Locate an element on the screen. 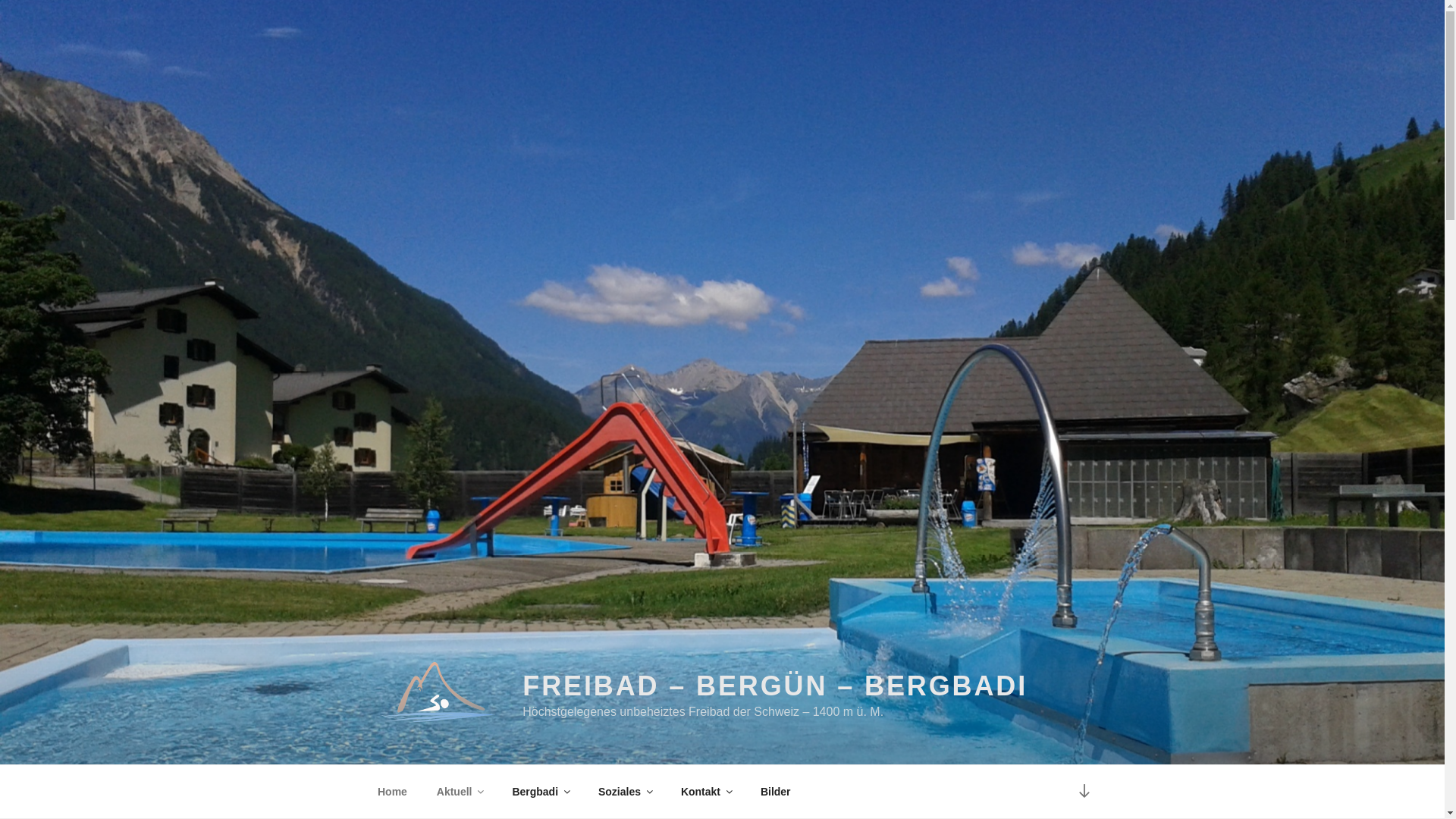 The width and height of the screenshot is (1456, 819). 'Aktuell' is located at coordinates (458, 791).